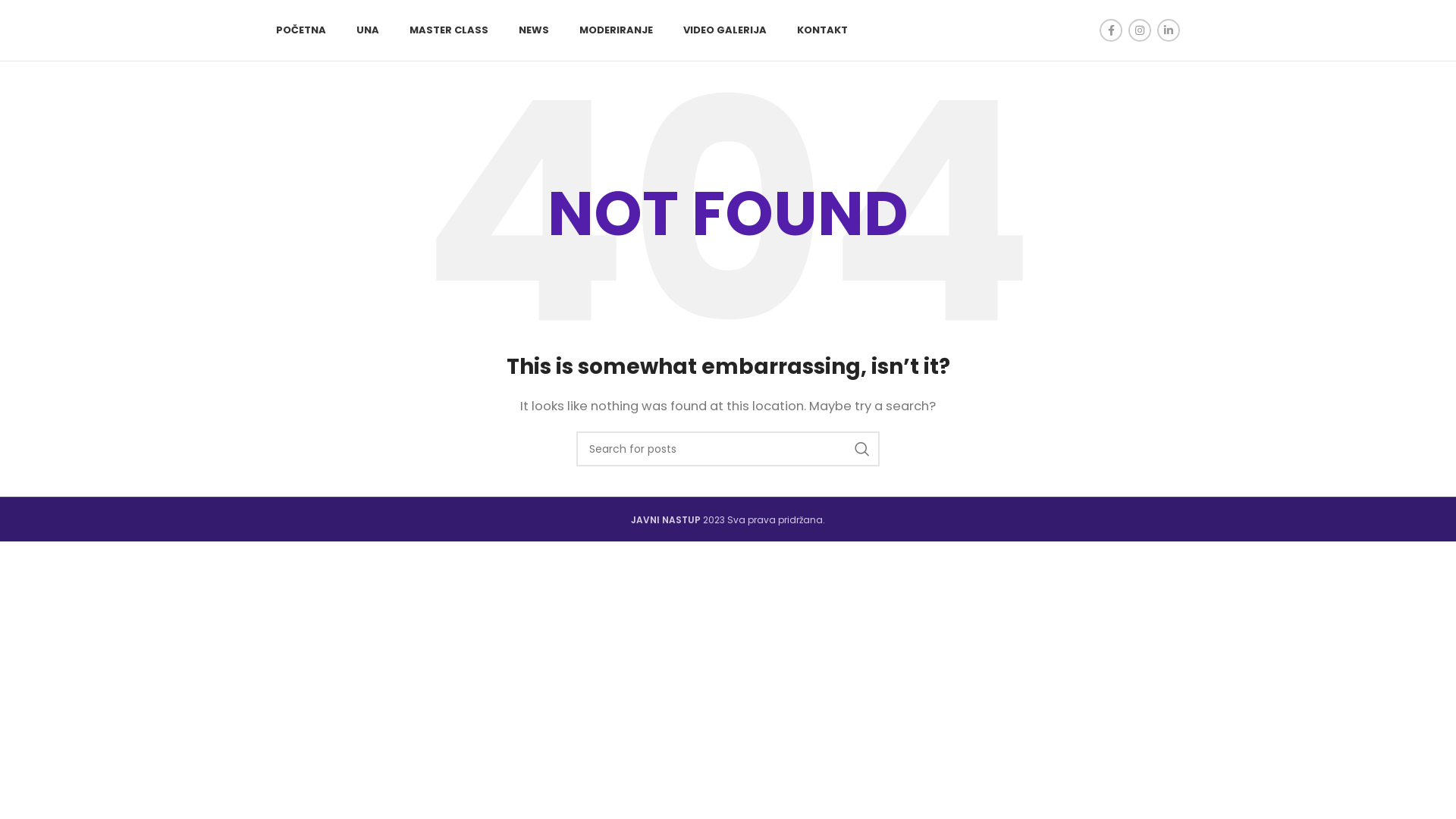 This screenshot has height=819, width=1456. I want to click on 'SEARCH', so click(862, 447).